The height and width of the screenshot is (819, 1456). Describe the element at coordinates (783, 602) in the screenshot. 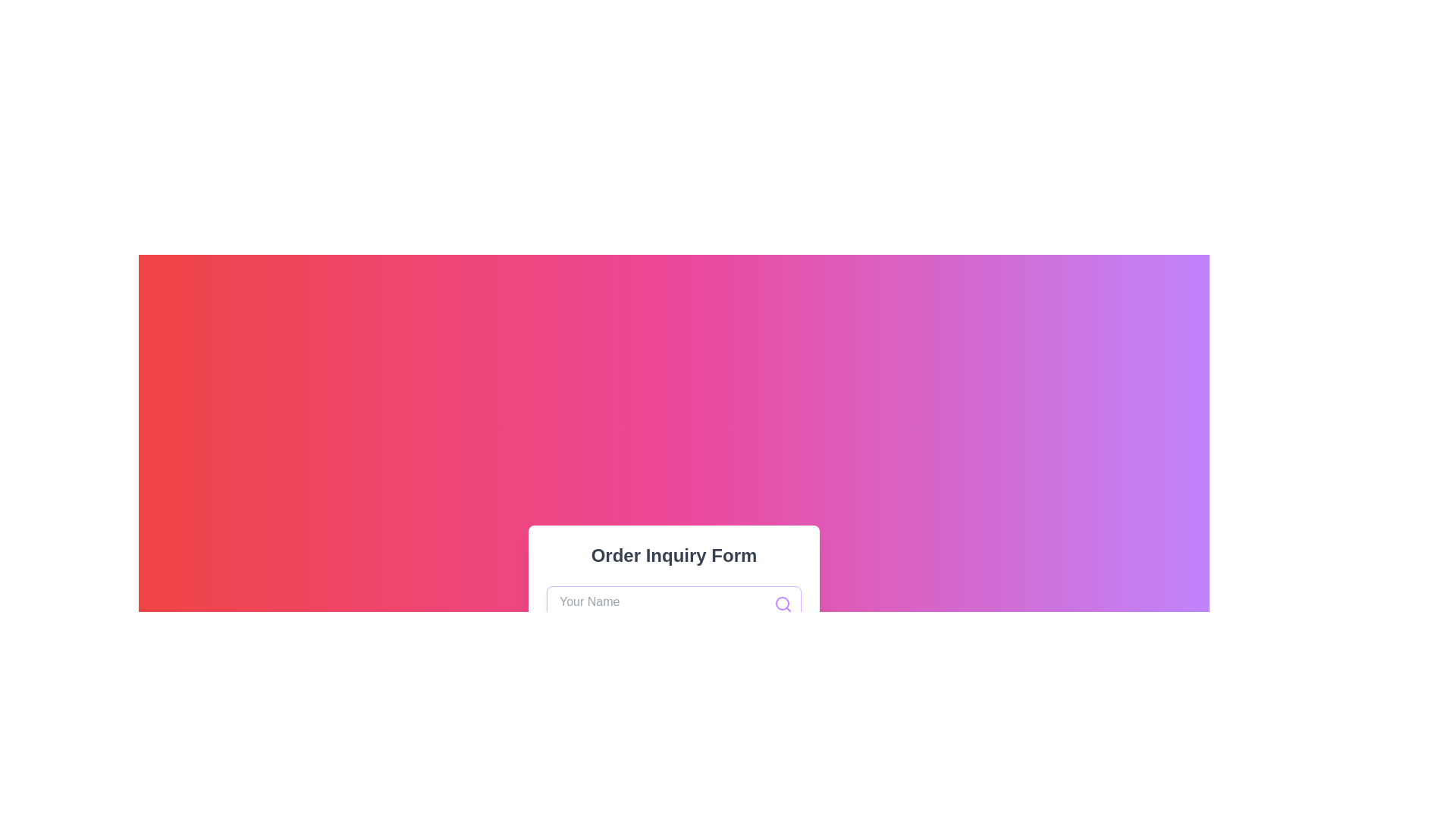

I see `the visual function of the circular vector graphic element within the search icon of the 'Order Inquiry Form', located to the right of the 'Your Name' text input field` at that location.